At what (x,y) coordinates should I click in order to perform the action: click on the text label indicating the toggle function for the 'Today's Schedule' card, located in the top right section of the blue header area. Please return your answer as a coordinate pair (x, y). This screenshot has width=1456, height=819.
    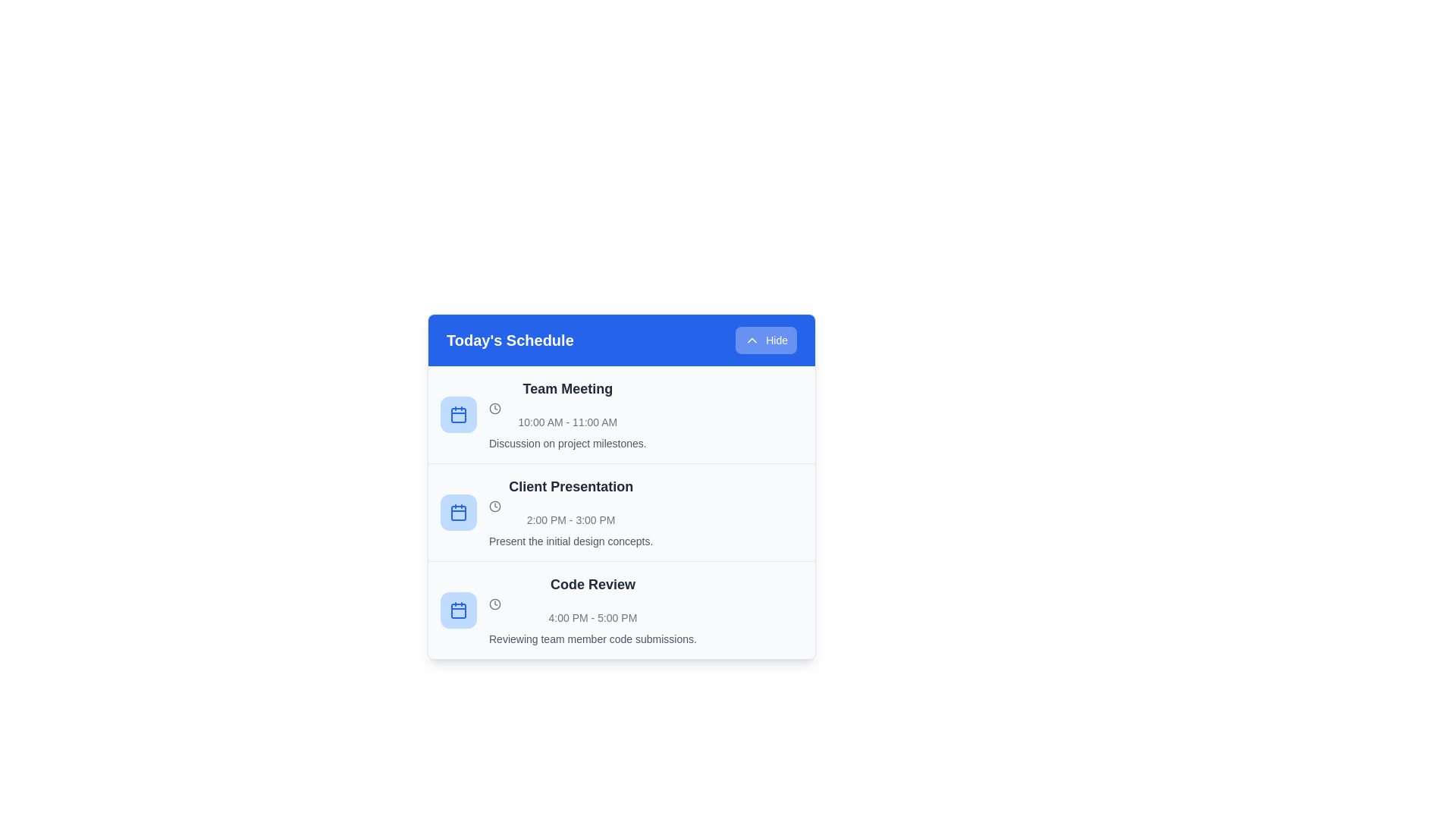
    Looking at the image, I should click on (777, 339).